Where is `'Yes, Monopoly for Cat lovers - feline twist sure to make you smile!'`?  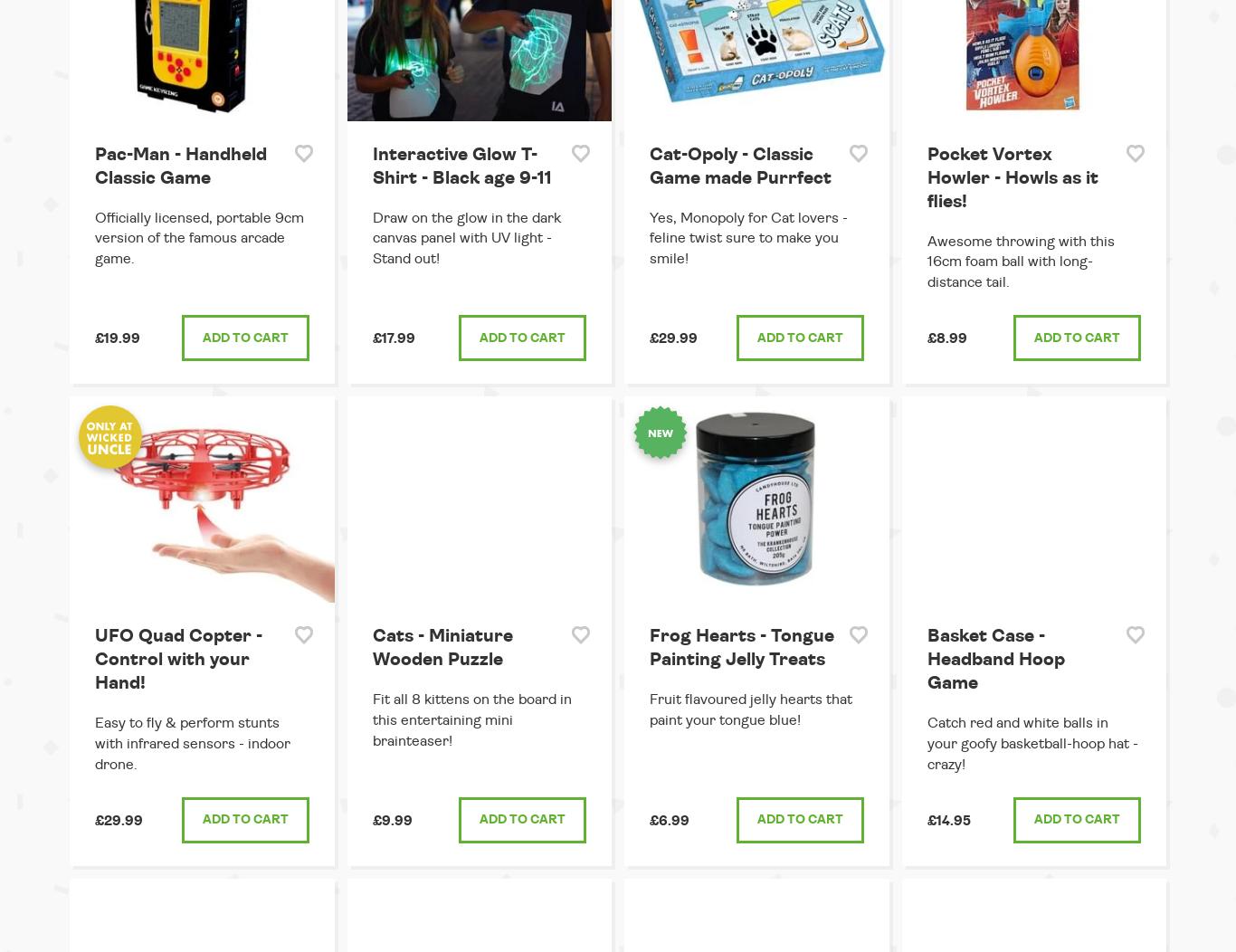
'Yes, Monopoly for Cat lovers - feline twist sure to make you smile!' is located at coordinates (747, 238).